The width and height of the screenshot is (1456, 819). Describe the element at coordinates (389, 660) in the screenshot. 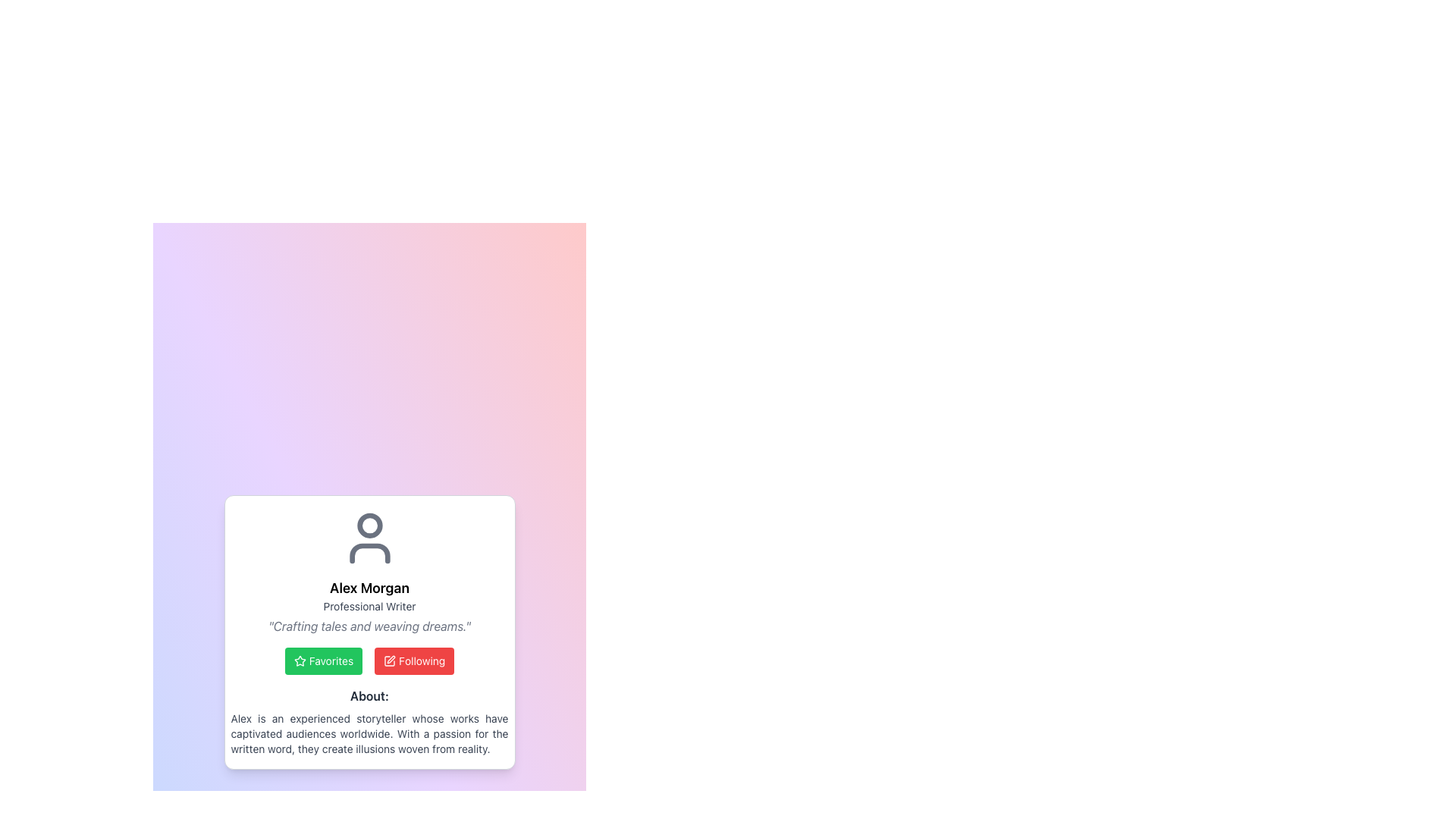

I see `Icon element that resembles a square with rounded corners, outlined in a light color, located next to the 'Following' button on the user profile card` at that location.